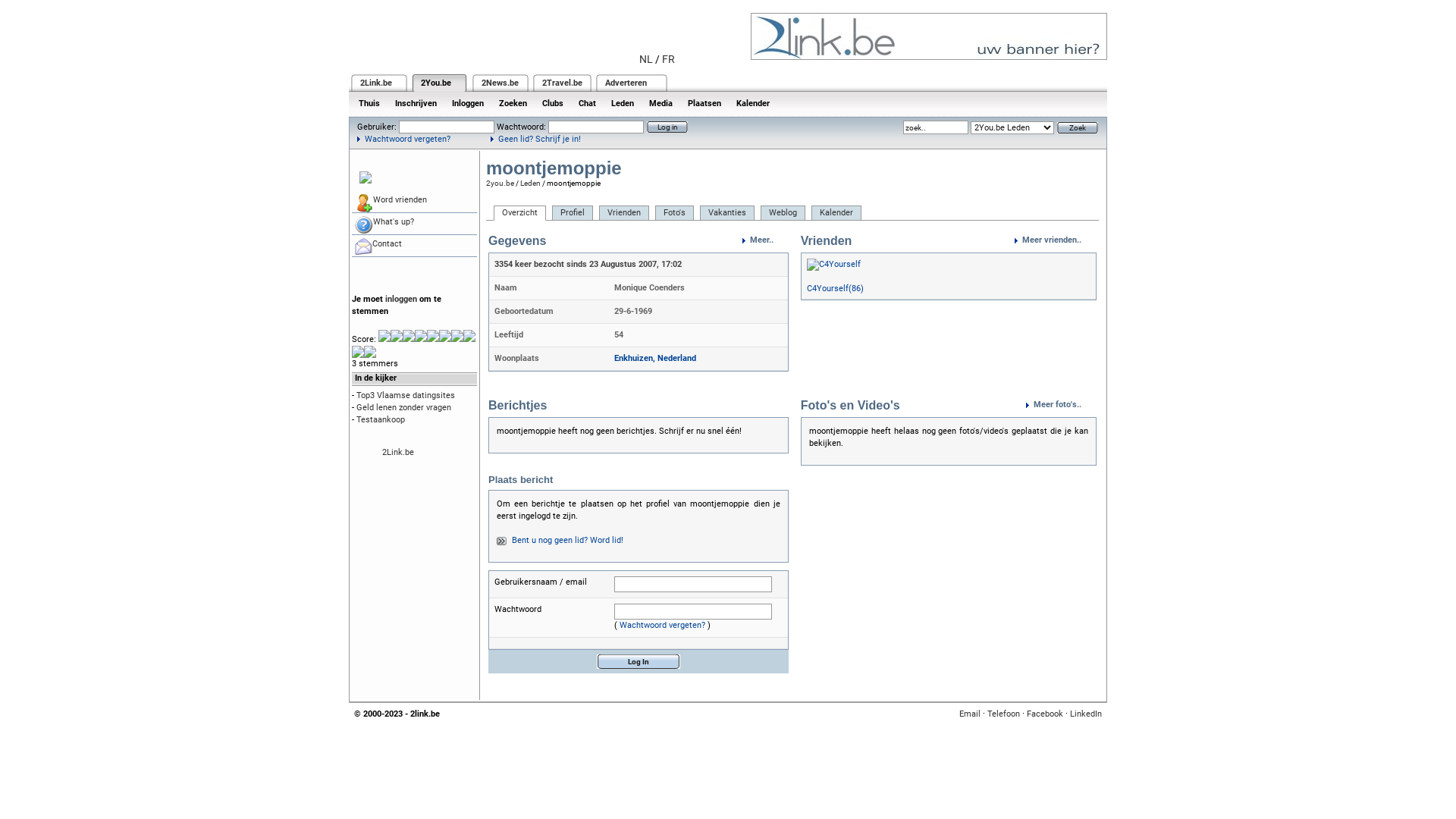 The height and width of the screenshot is (819, 1456). What do you see at coordinates (403, 406) in the screenshot?
I see `'Geld lenen zonder vragen'` at bounding box center [403, 406].